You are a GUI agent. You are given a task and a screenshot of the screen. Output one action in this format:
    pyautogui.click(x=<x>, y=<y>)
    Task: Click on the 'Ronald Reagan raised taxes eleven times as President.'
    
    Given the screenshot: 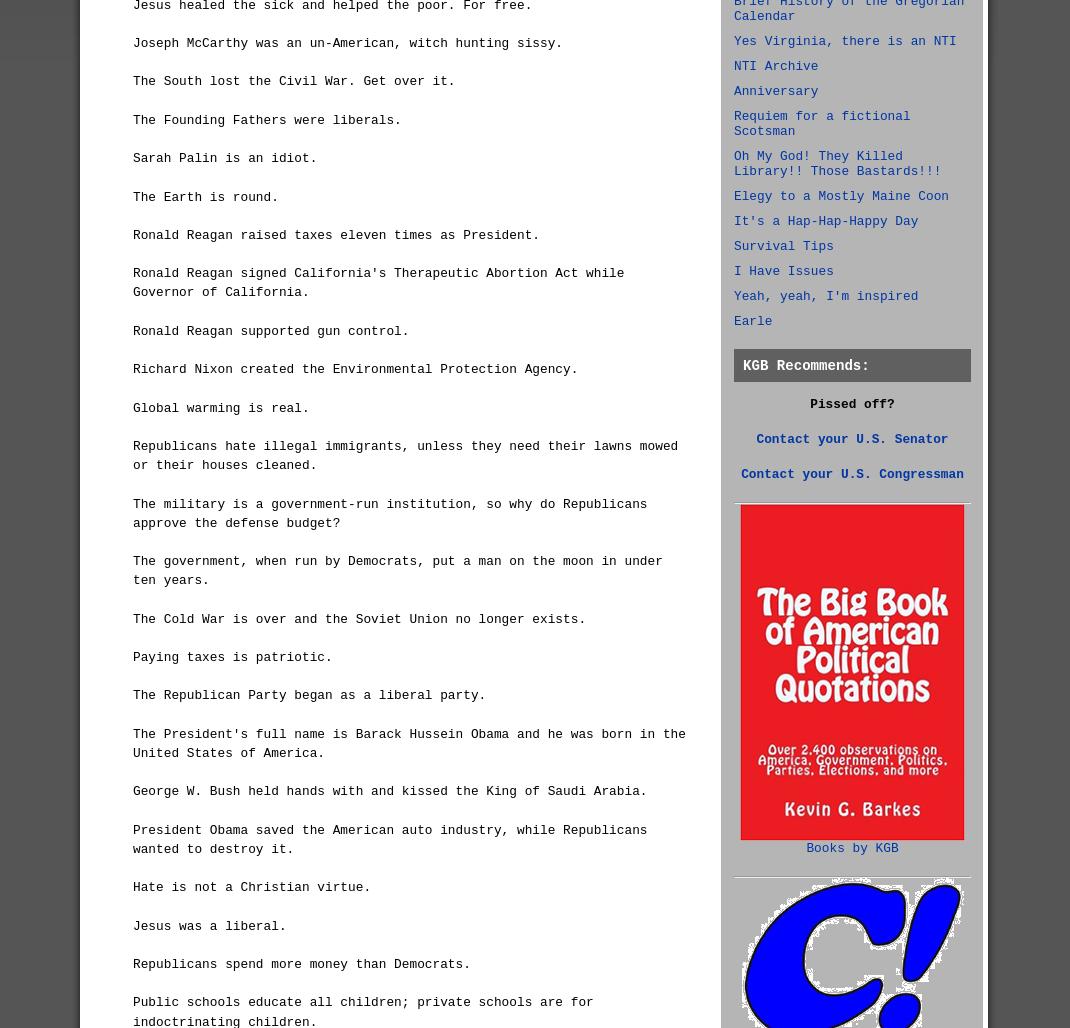 What is the action you would take?
    pyautogui.click(x=336, y=233)
    